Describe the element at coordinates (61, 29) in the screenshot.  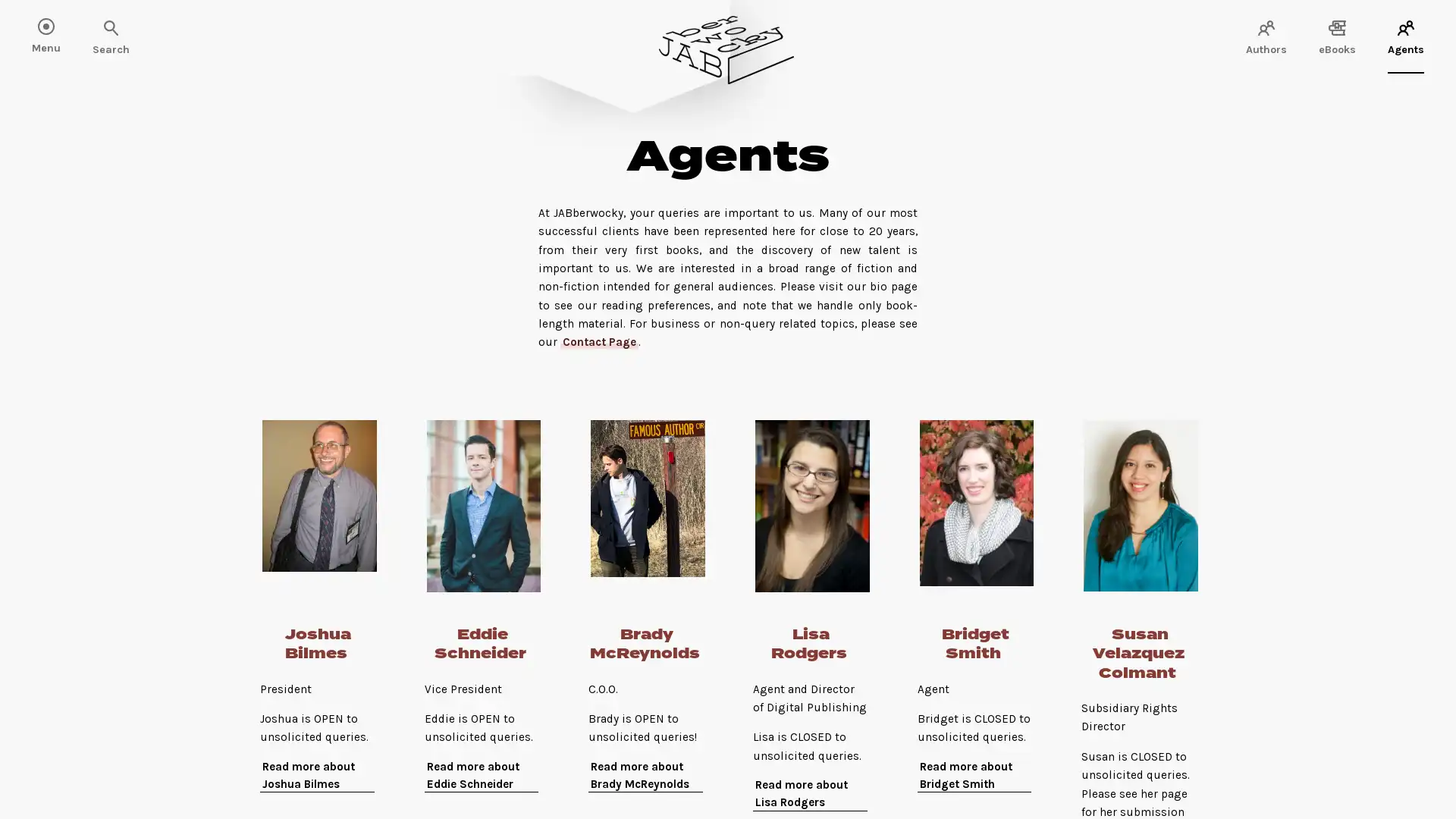
I see `Search` at that location.